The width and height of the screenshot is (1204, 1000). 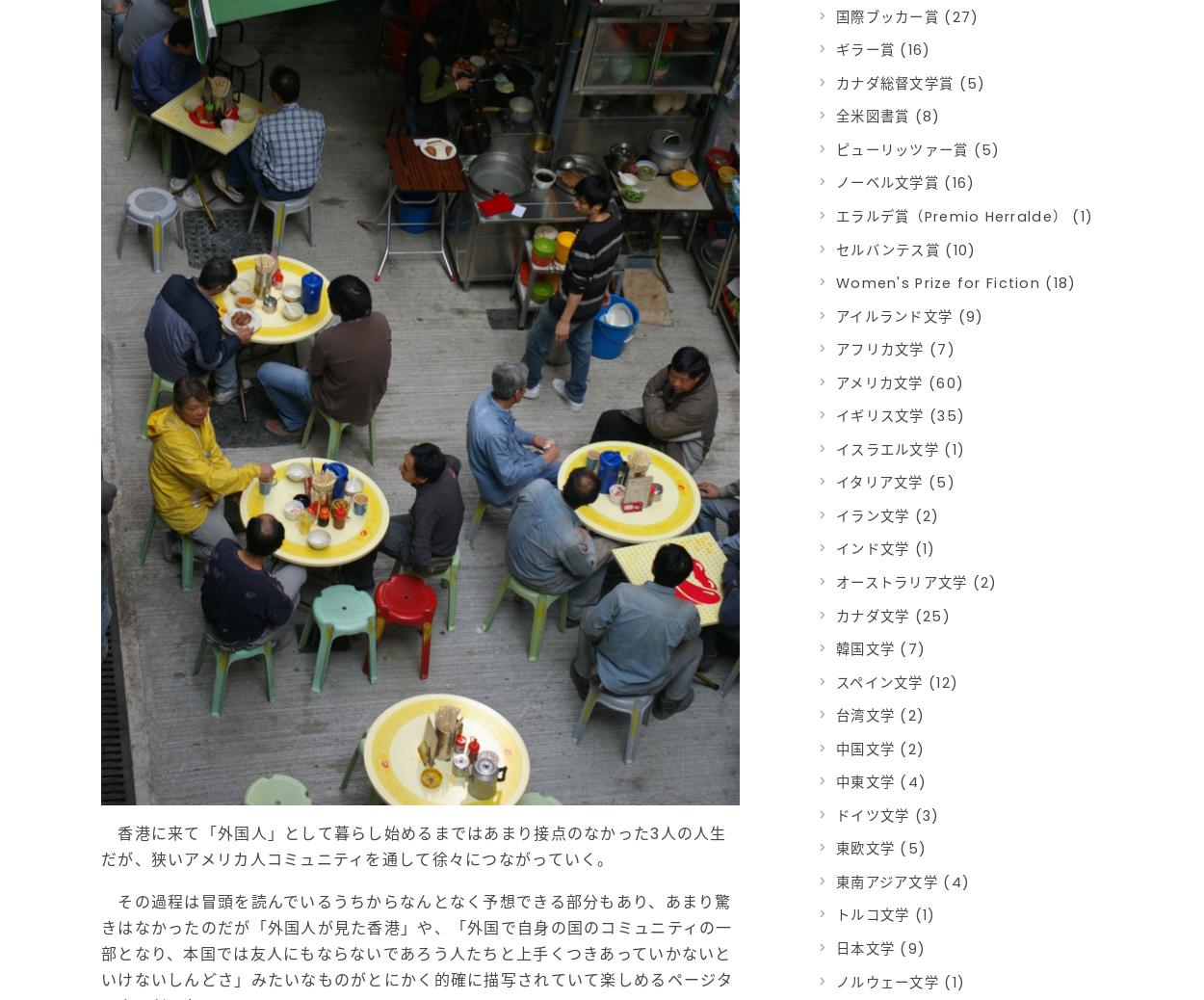 I want to click on 'ドイツ文学 (3)', so click(x=887, y=814).